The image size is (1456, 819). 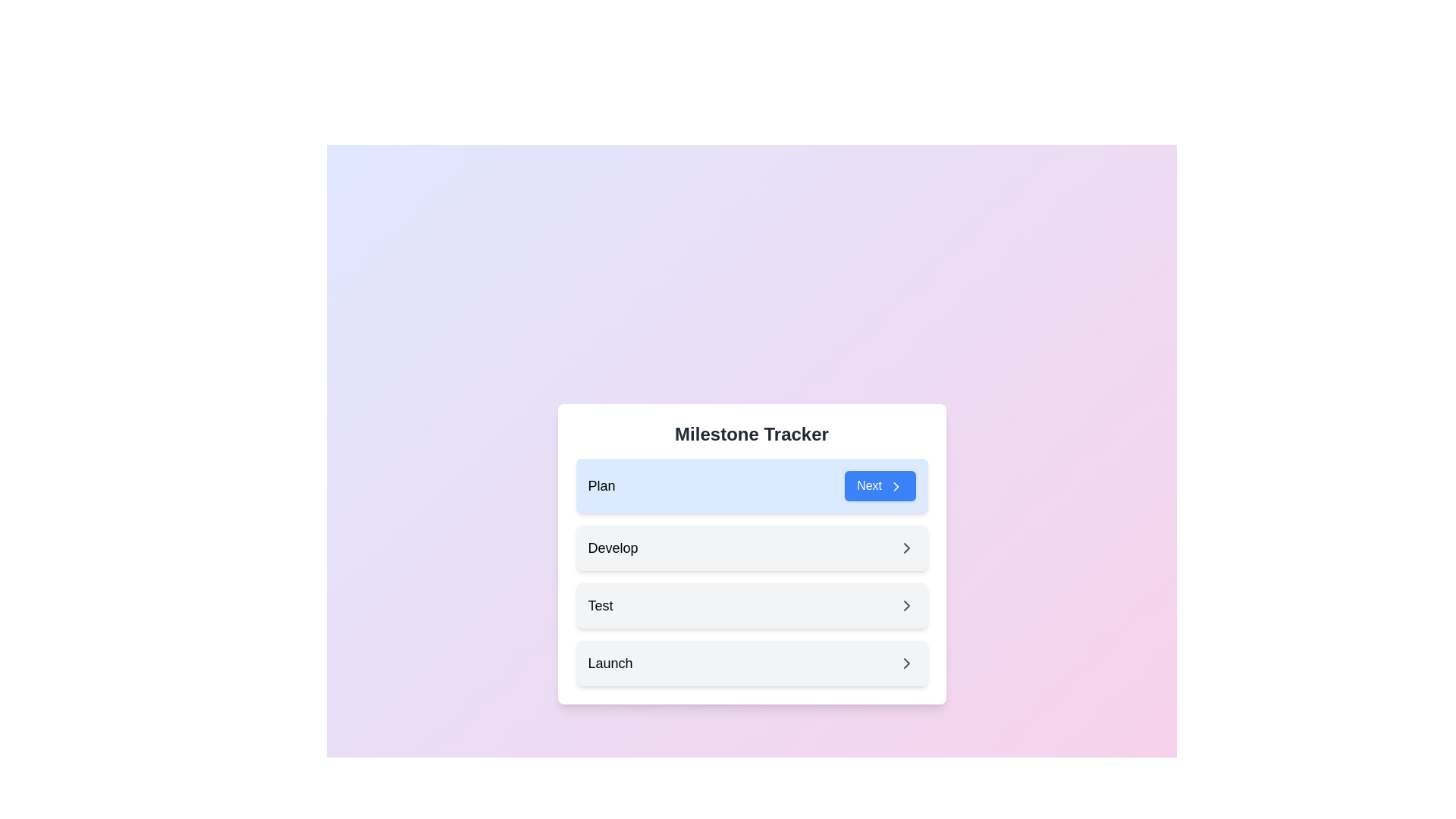 What do you see at coordinates (752, 604) in the screenshot?
I see `the third item in the 'Milestone Tracker' list` at bounding box center [752, 604].